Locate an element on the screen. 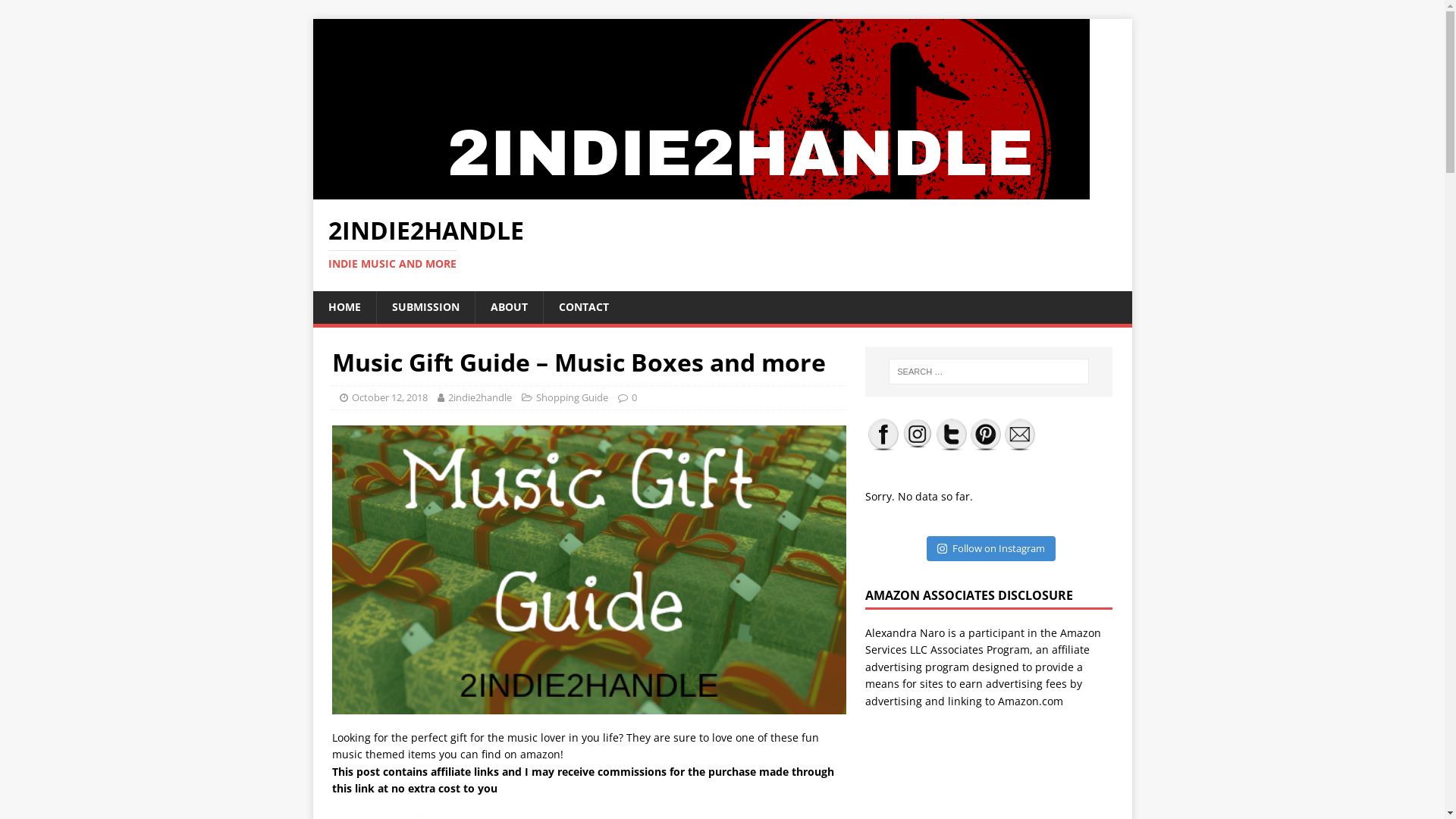 This screenshot has width=1456, height=819. 'Follow on Instagram' is located at coordinates (990, 549).